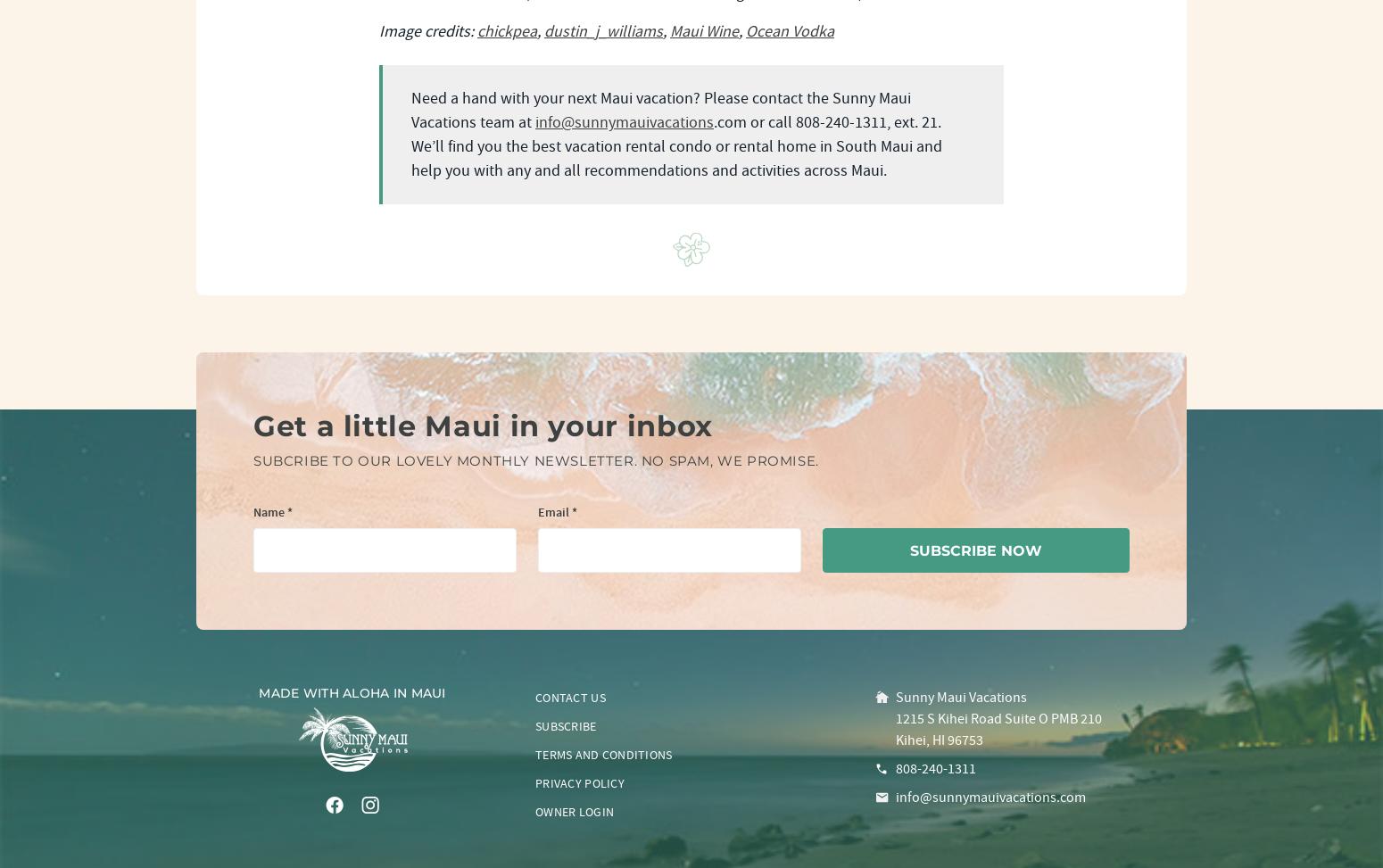 The height and width of the screenshot is (868, 1383). Describe the element at coordinates (624, 121) in the screenshot. I see `'info@sunnymauivacations'` at that location.